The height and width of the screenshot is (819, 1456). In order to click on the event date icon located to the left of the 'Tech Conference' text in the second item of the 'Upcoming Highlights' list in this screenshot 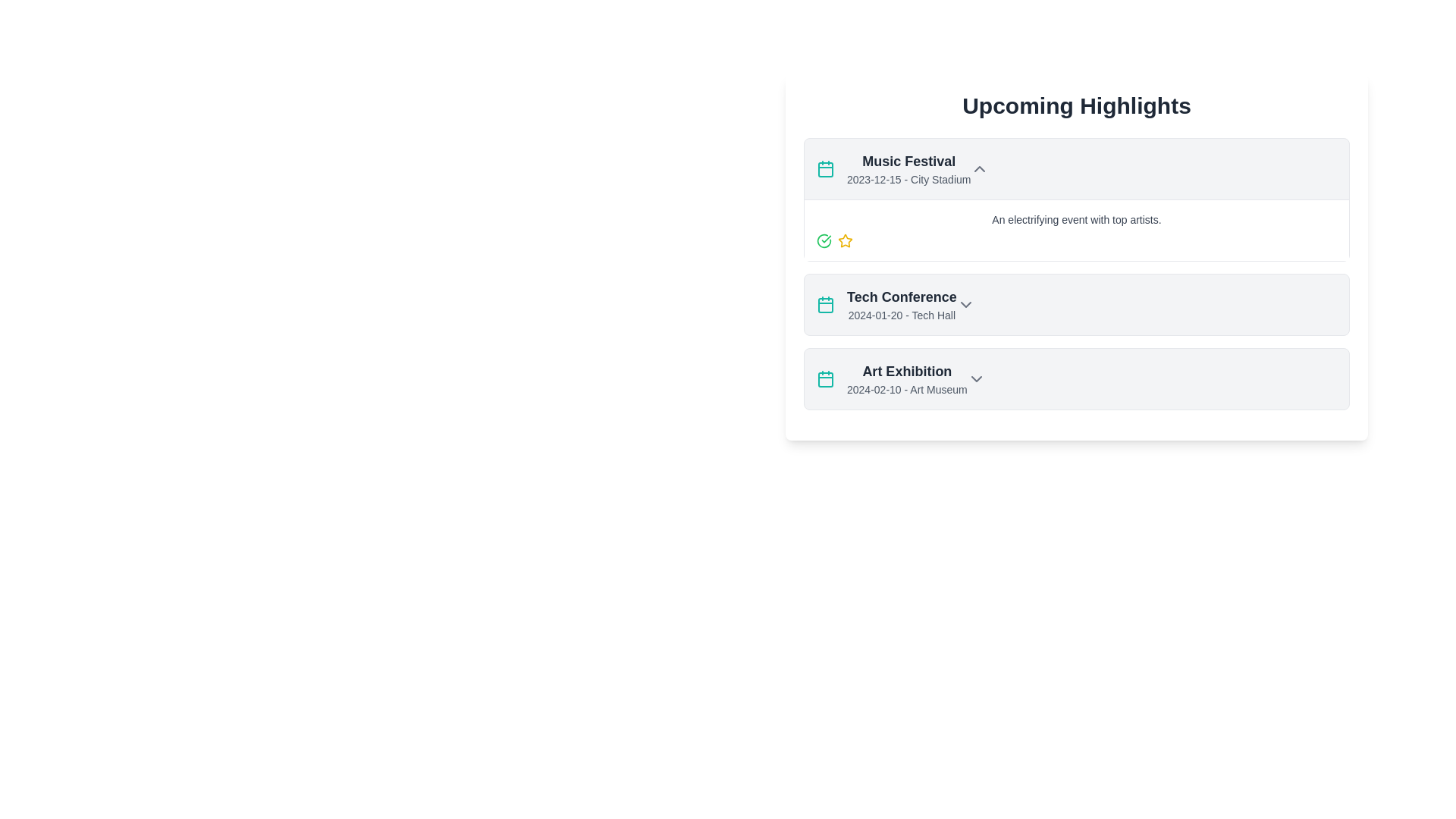, I will do `click(825, 304)`.